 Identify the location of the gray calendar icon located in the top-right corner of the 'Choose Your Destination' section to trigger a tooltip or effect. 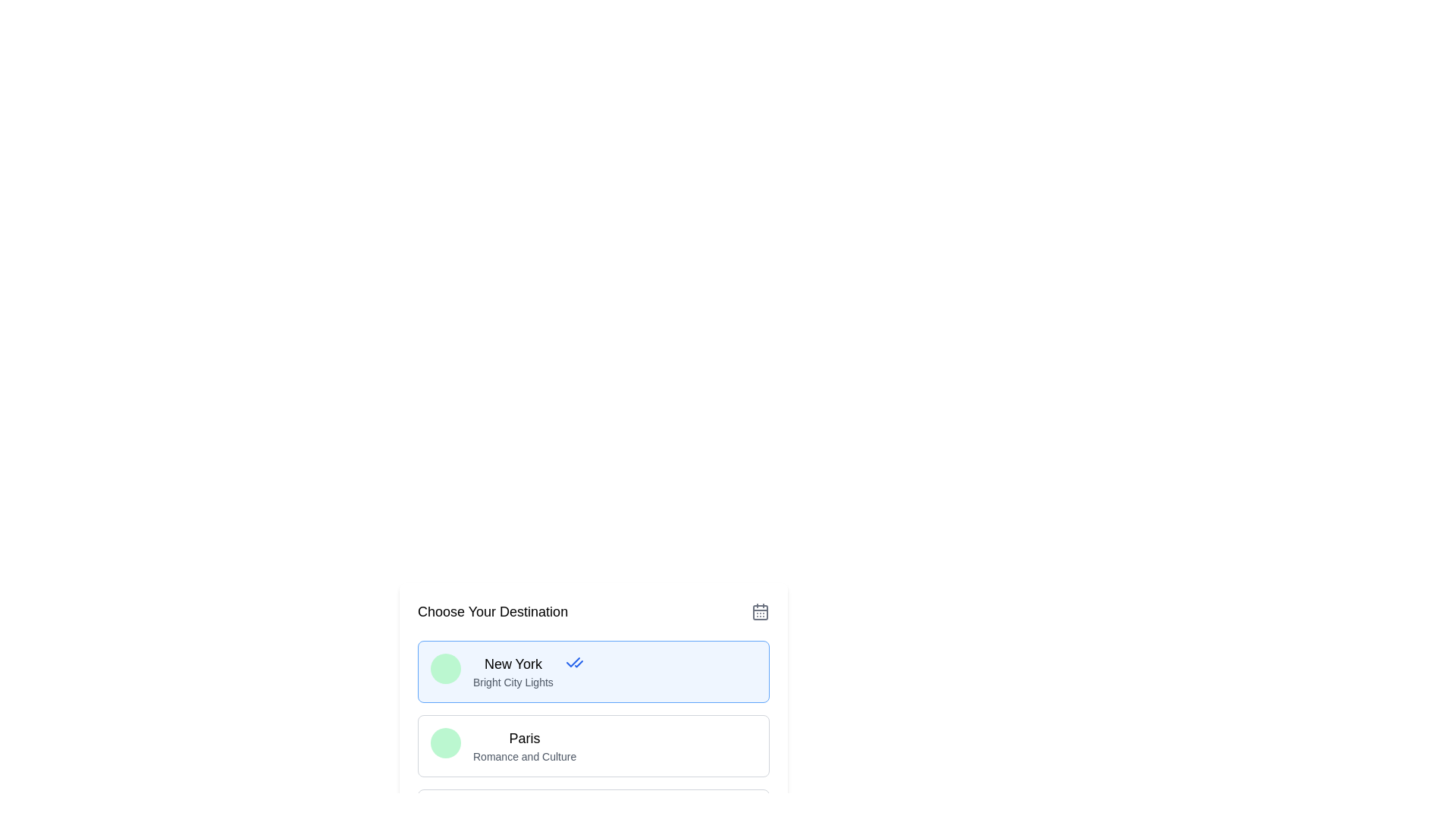
(761, 610).